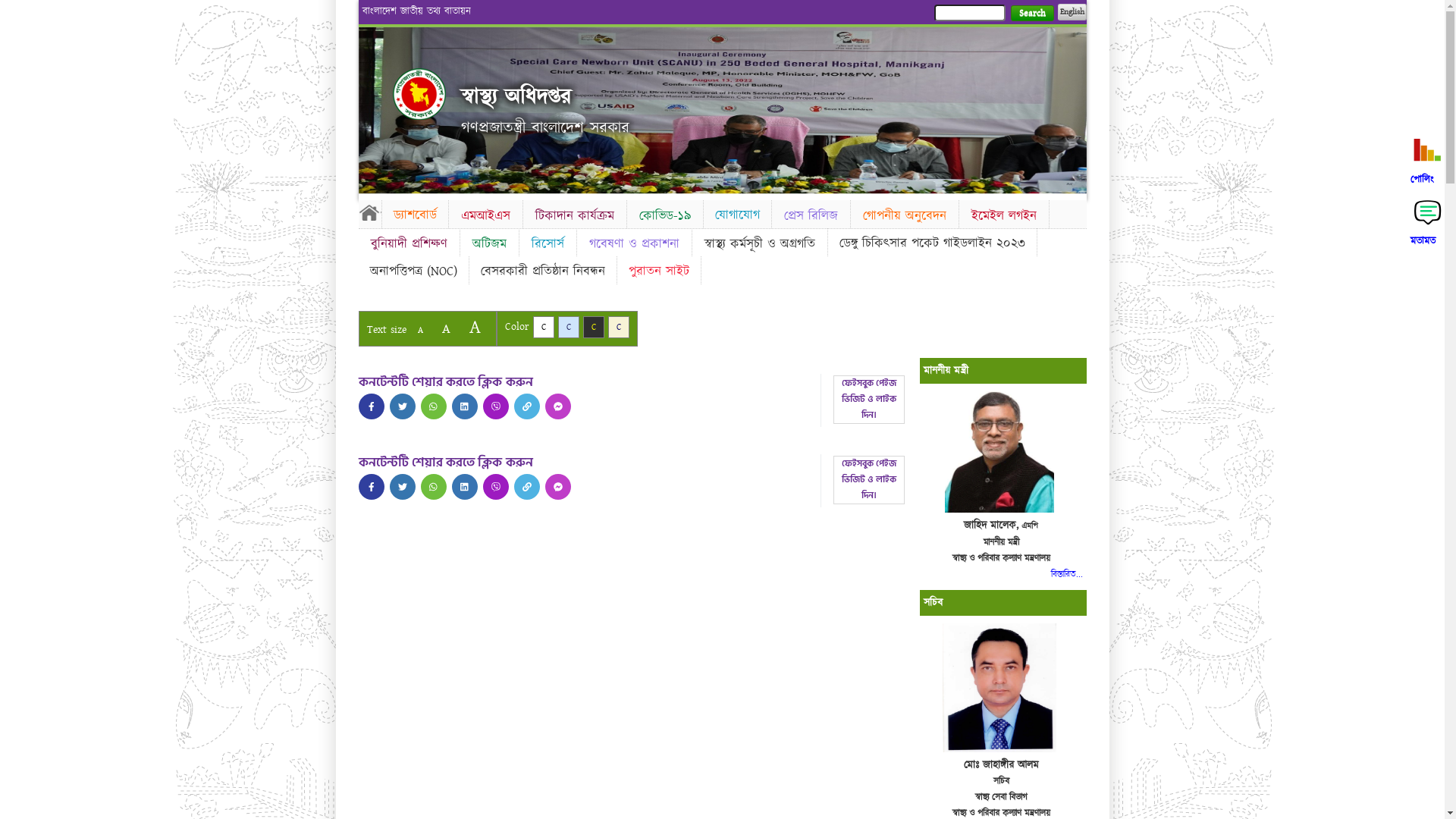  What do you see at coordinates (1070, 11) in the screenshot?
I see `'English'` at bounding box center [1070, 11].